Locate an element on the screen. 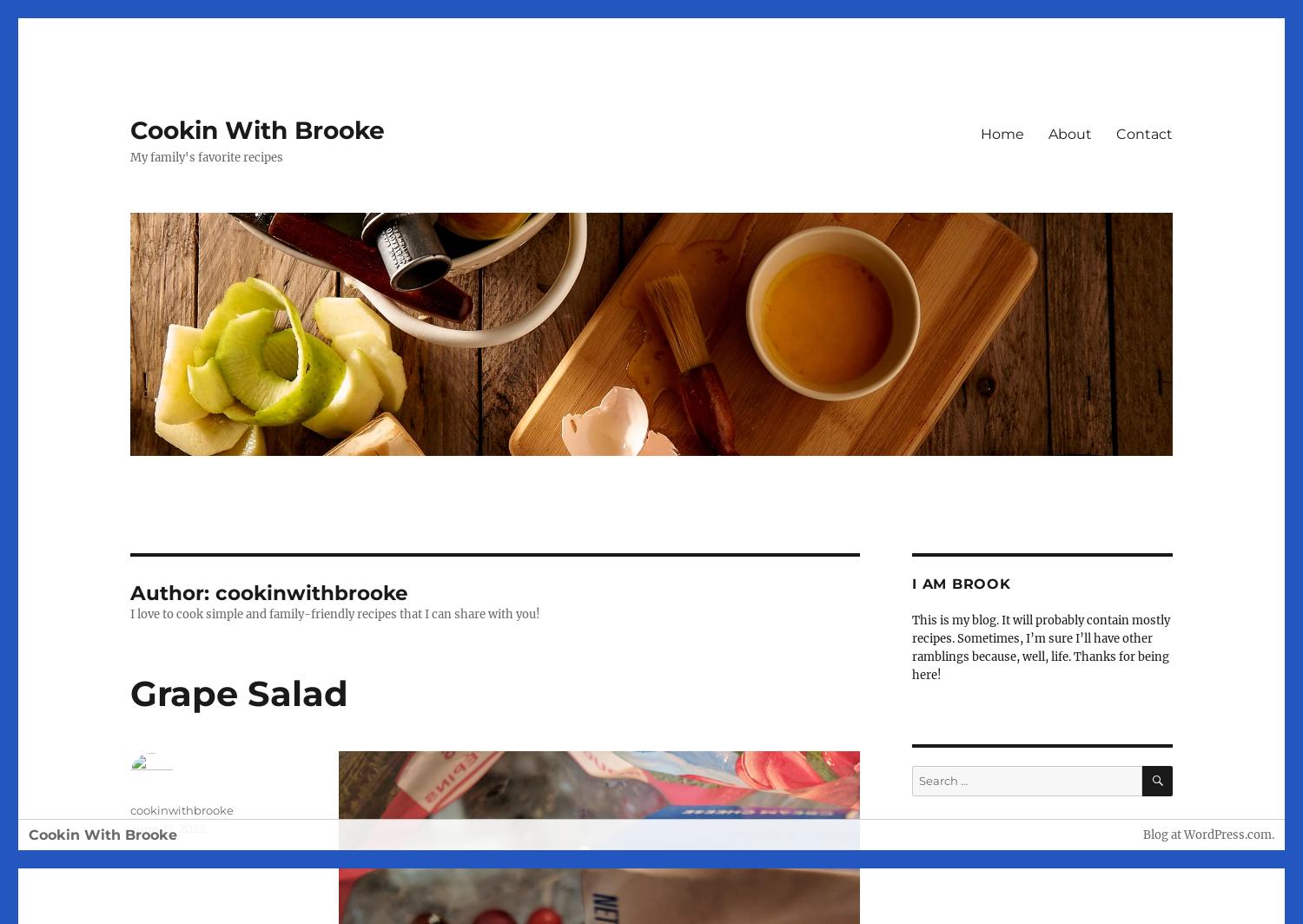 The height and width of the screenshot is (924, 1303). 'Contact' is located at coordinates (1116, 133).